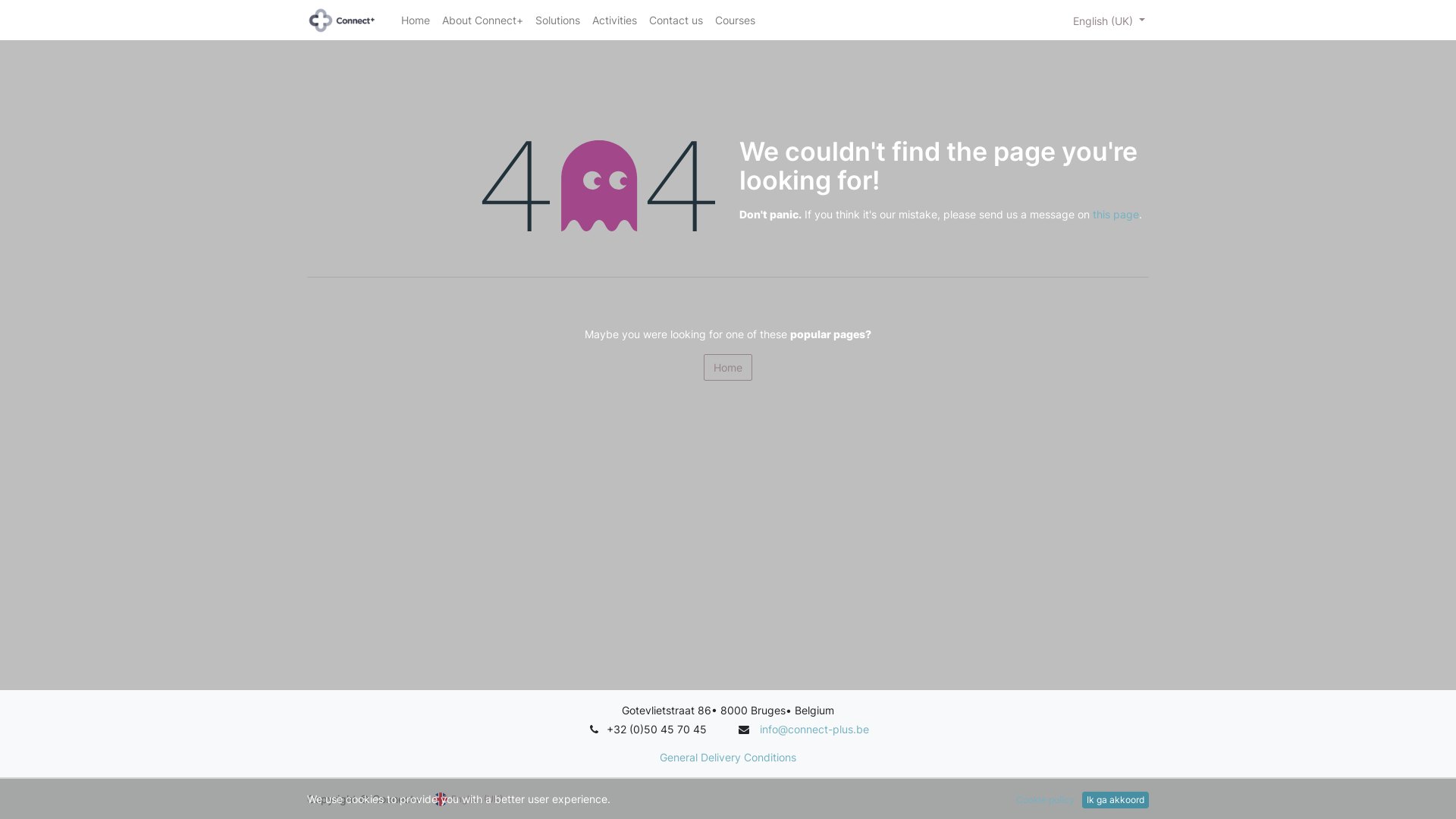  What do you see at coordinates (415, 20) in the screenshot?
I see `'Home'` at bounding box center [415, 20].